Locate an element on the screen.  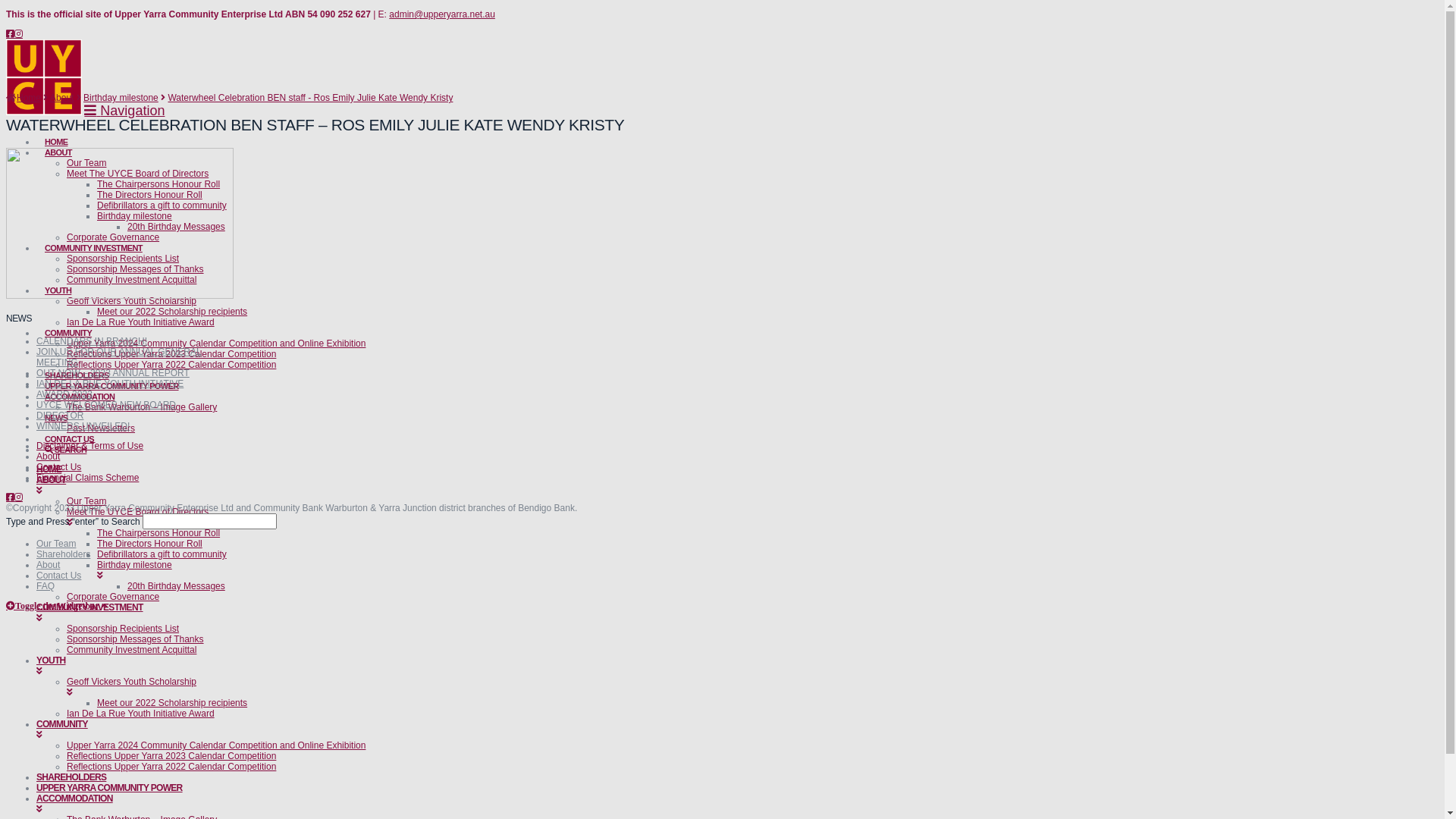
'UYCE WELCOMES NEW BOARD DIRECTOR' is located at coordinates (36, 409).